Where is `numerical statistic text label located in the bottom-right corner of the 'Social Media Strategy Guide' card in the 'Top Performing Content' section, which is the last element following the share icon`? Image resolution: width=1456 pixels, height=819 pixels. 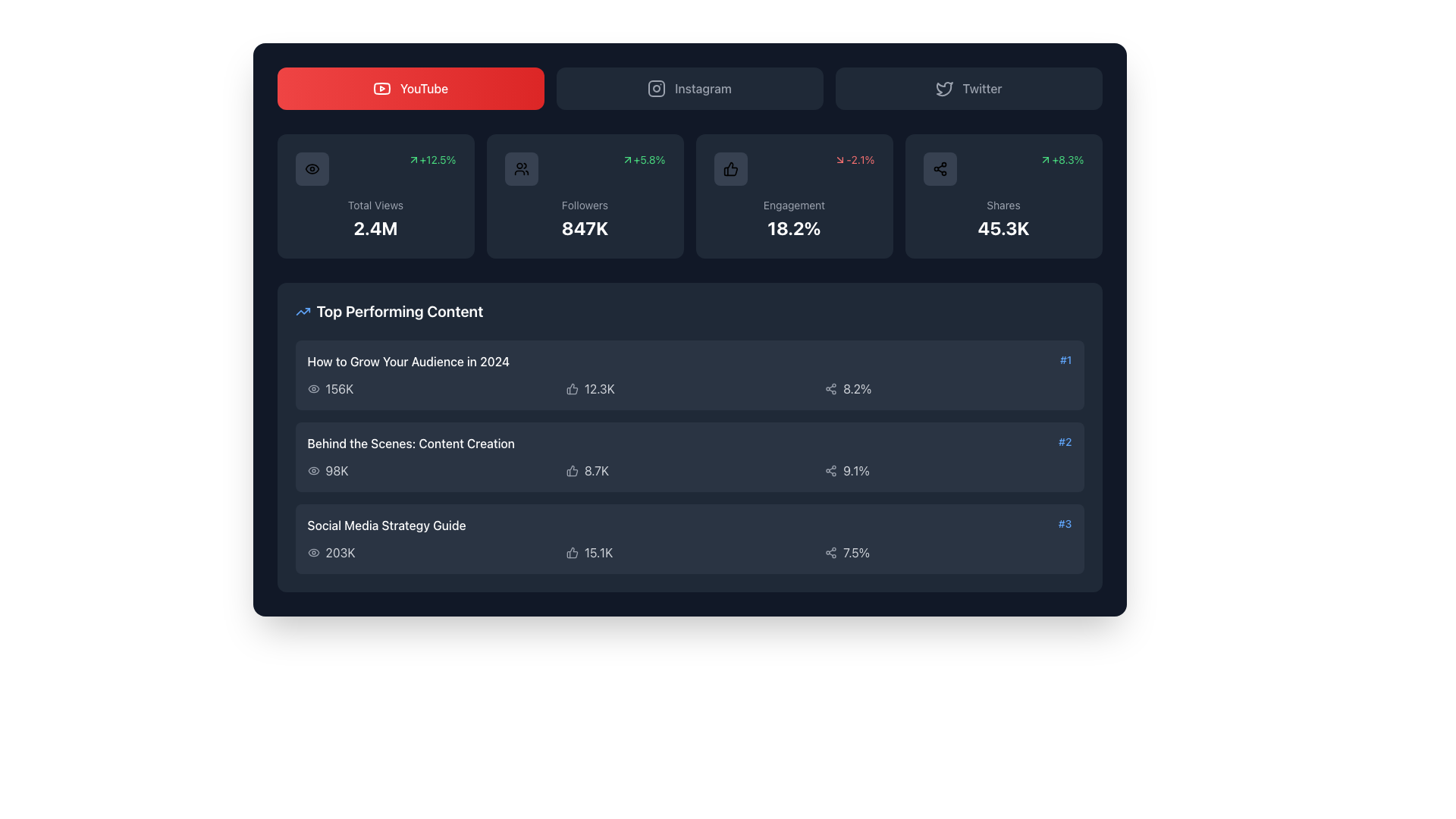 numerical statistic text label located in the bottom-right corner of the 'Social Media Strategy Guide' card in the 'Top Performing Content' section, which is the last element following the share icon is located at coordinates (856, 553).